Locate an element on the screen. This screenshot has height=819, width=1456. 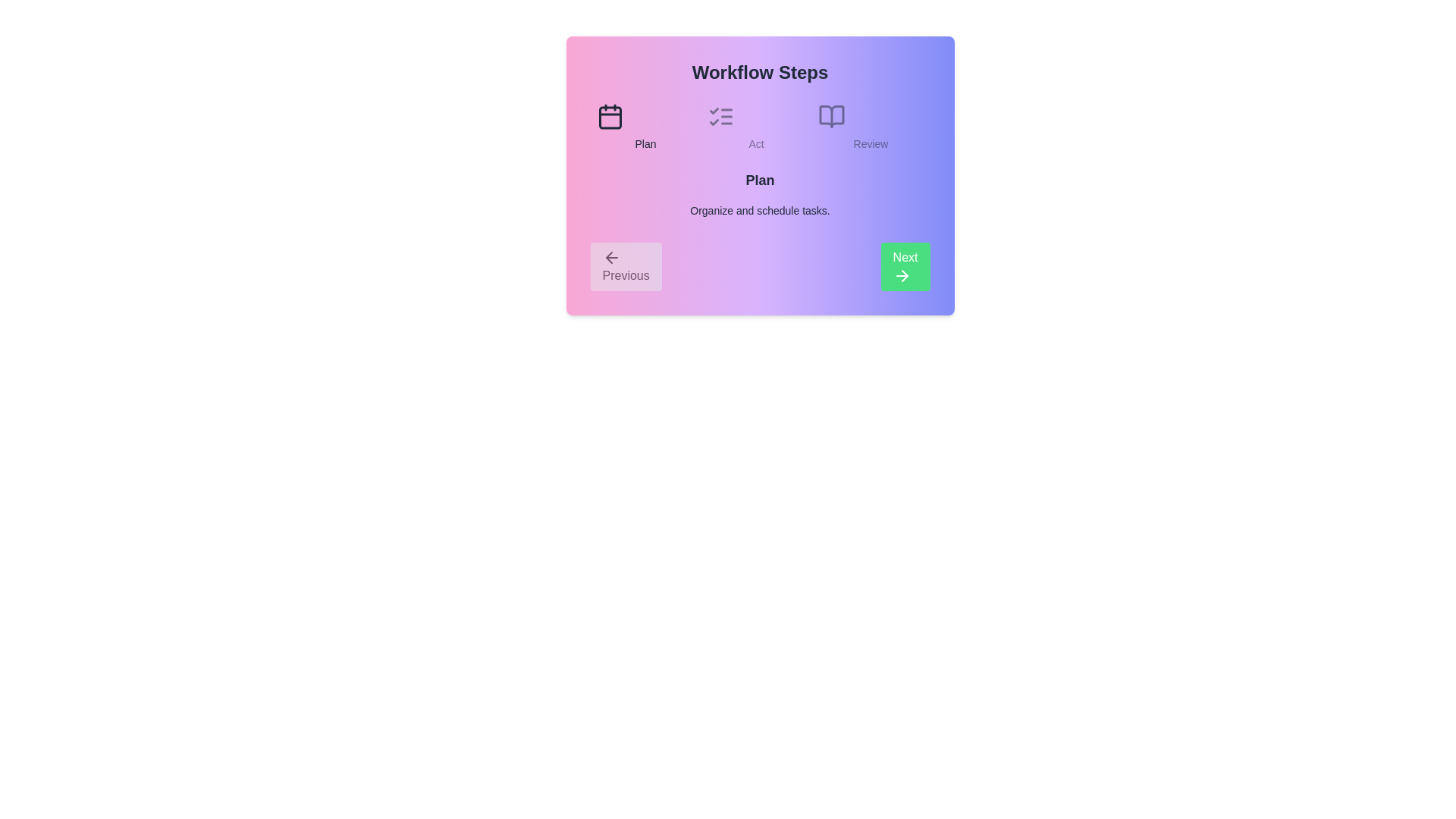
the step icon corresponding to Plan is located at coordinates (610, 116).